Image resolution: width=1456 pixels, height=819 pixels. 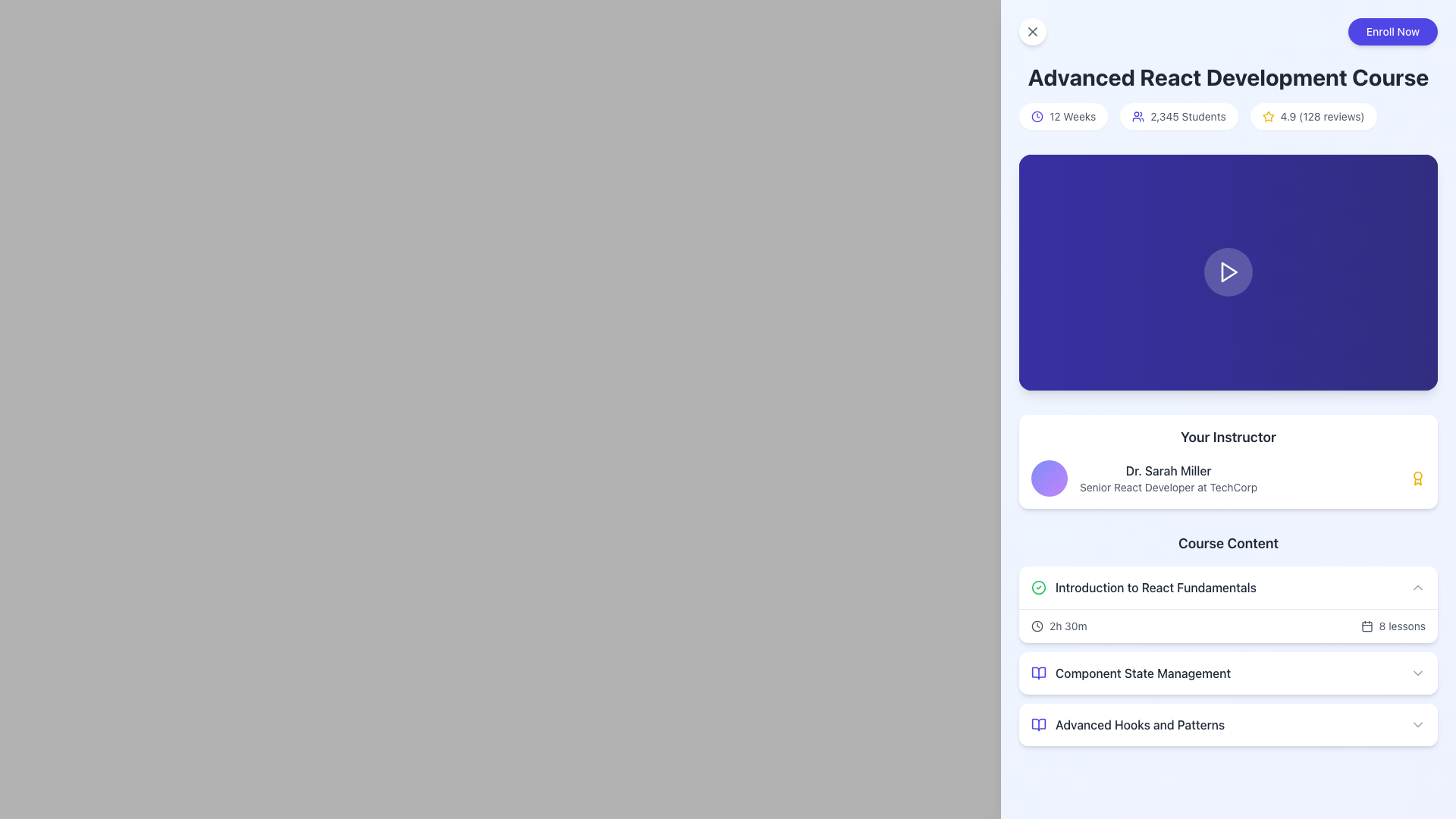 I want to click on the circular play button with a semi-transparent white background and a solid white outline, so click(x=1228, y=271).